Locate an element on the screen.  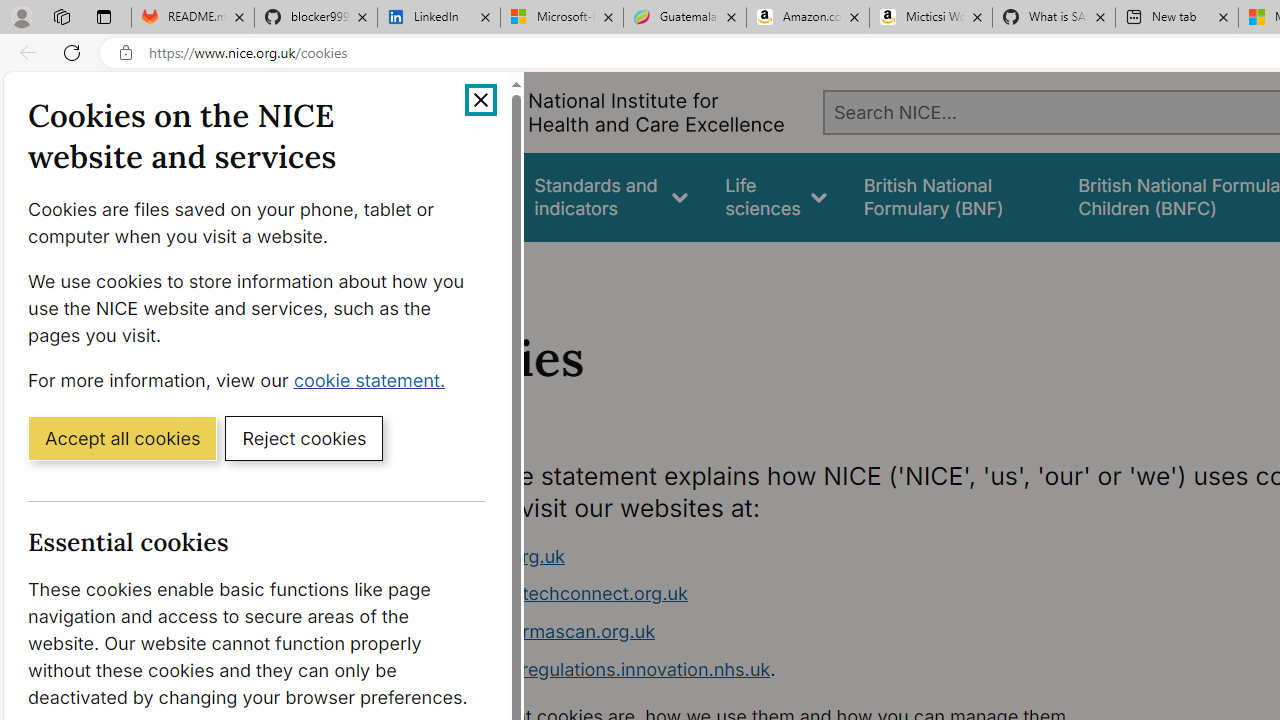
'Life sciences' is located at coordinates (775, 197).